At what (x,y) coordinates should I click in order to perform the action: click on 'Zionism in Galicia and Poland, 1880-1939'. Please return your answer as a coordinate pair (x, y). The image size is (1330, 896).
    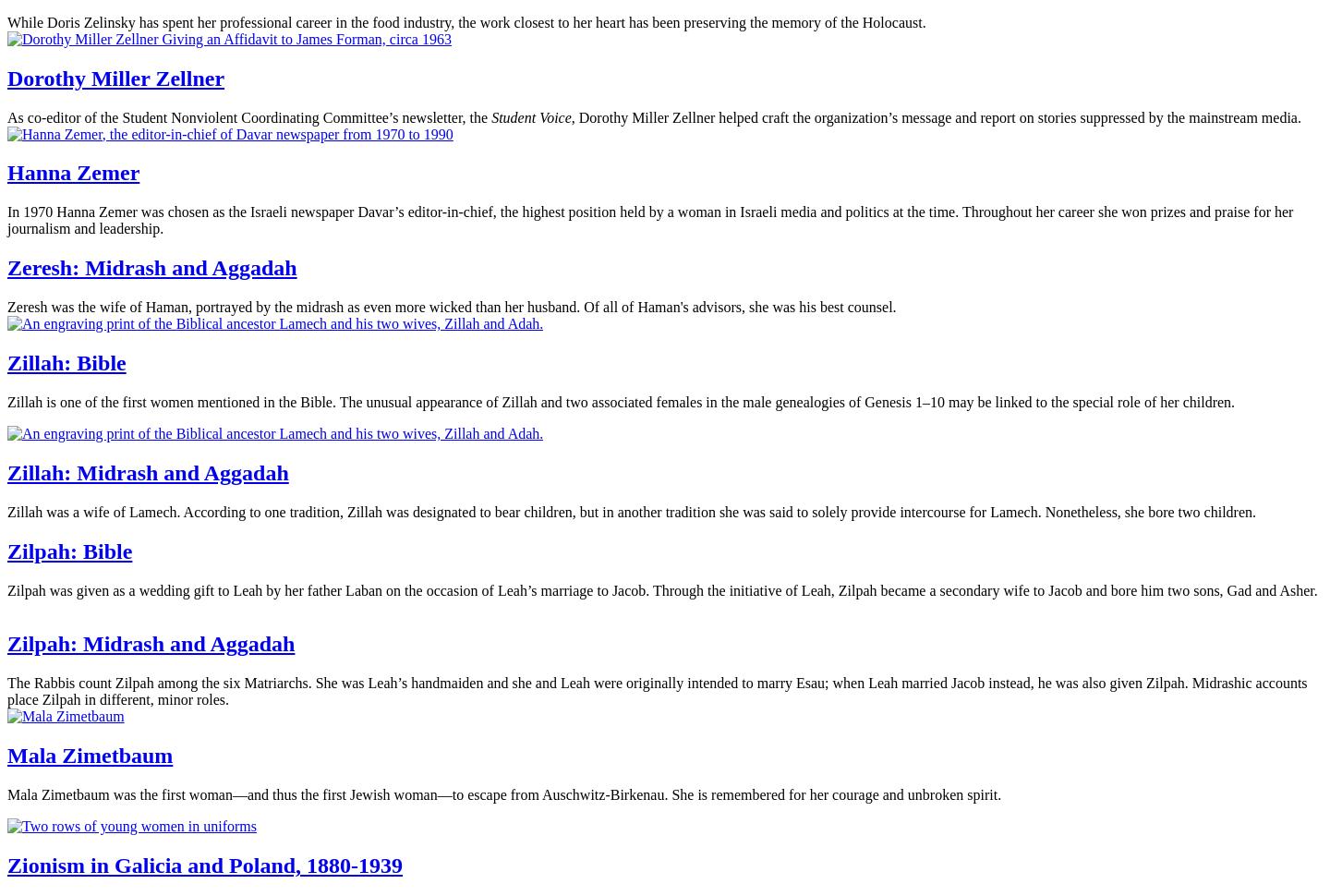
    Looking at the image, I should click on (205, 865).